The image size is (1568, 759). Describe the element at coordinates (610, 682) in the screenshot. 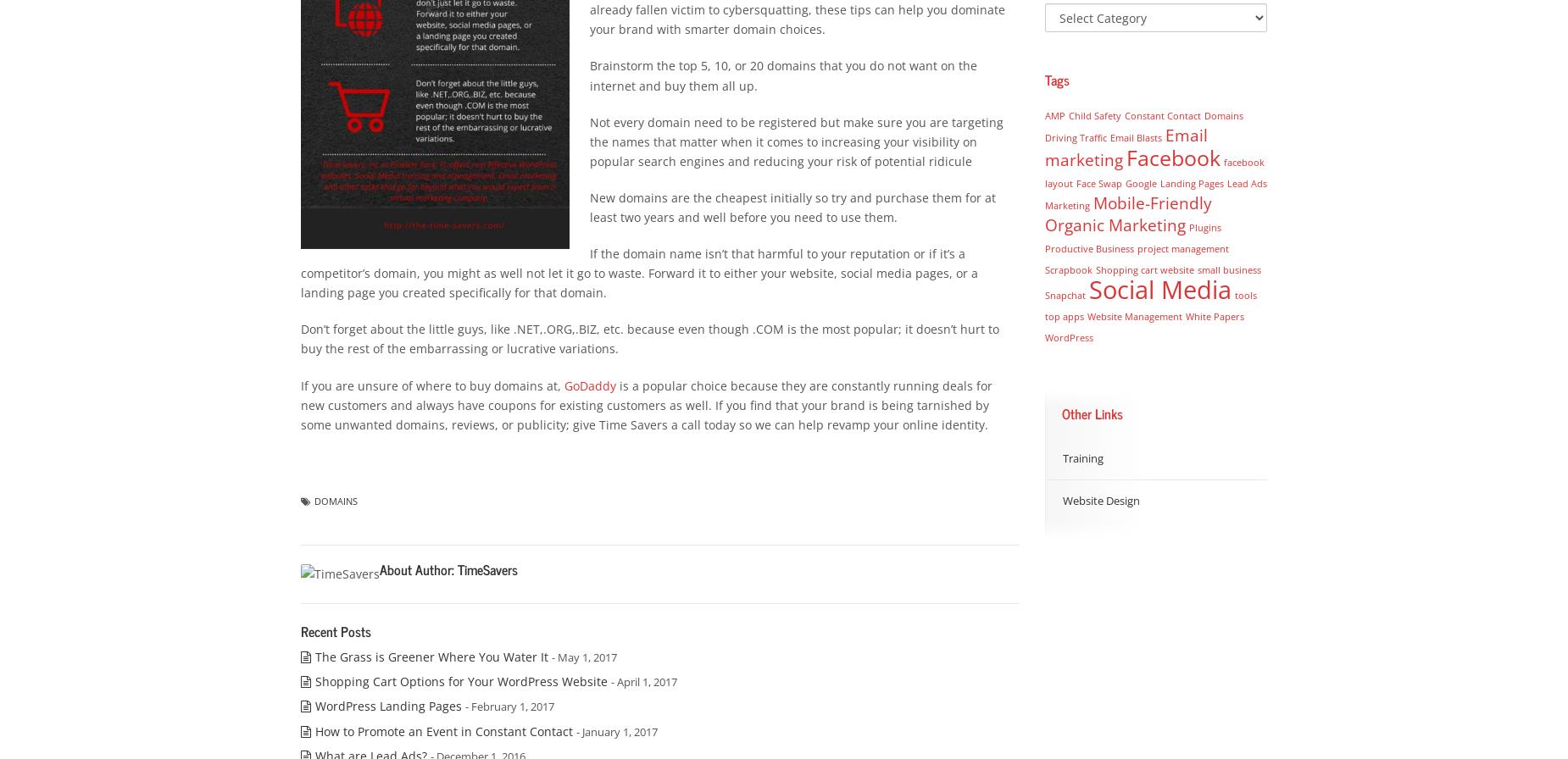

I see `'- April 1, 2017'` at that location.